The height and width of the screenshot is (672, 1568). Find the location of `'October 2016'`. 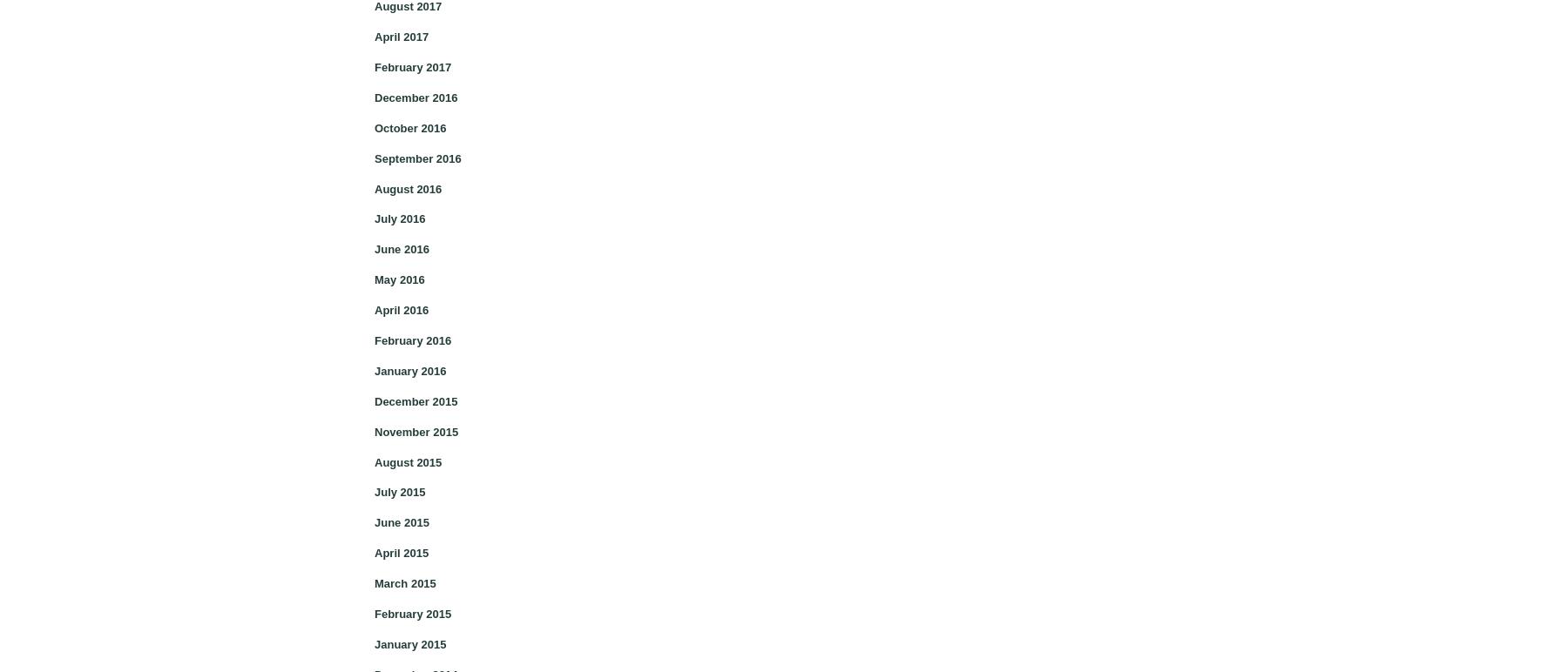

'October 2016' is located at coordinates (409, 127).